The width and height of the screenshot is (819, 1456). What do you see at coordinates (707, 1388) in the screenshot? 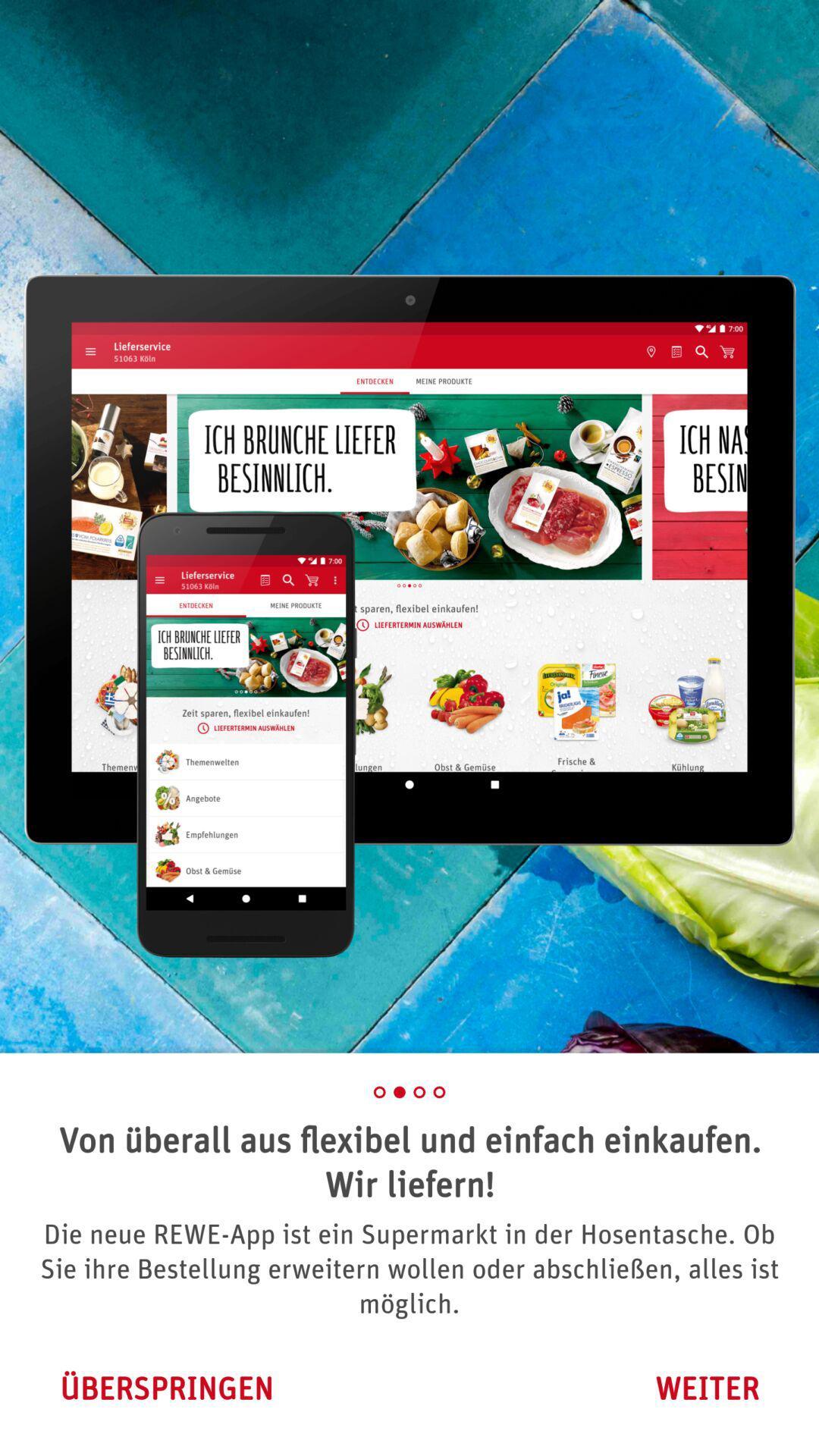
I see `weiter icon` at bounding box center [707, 1388].